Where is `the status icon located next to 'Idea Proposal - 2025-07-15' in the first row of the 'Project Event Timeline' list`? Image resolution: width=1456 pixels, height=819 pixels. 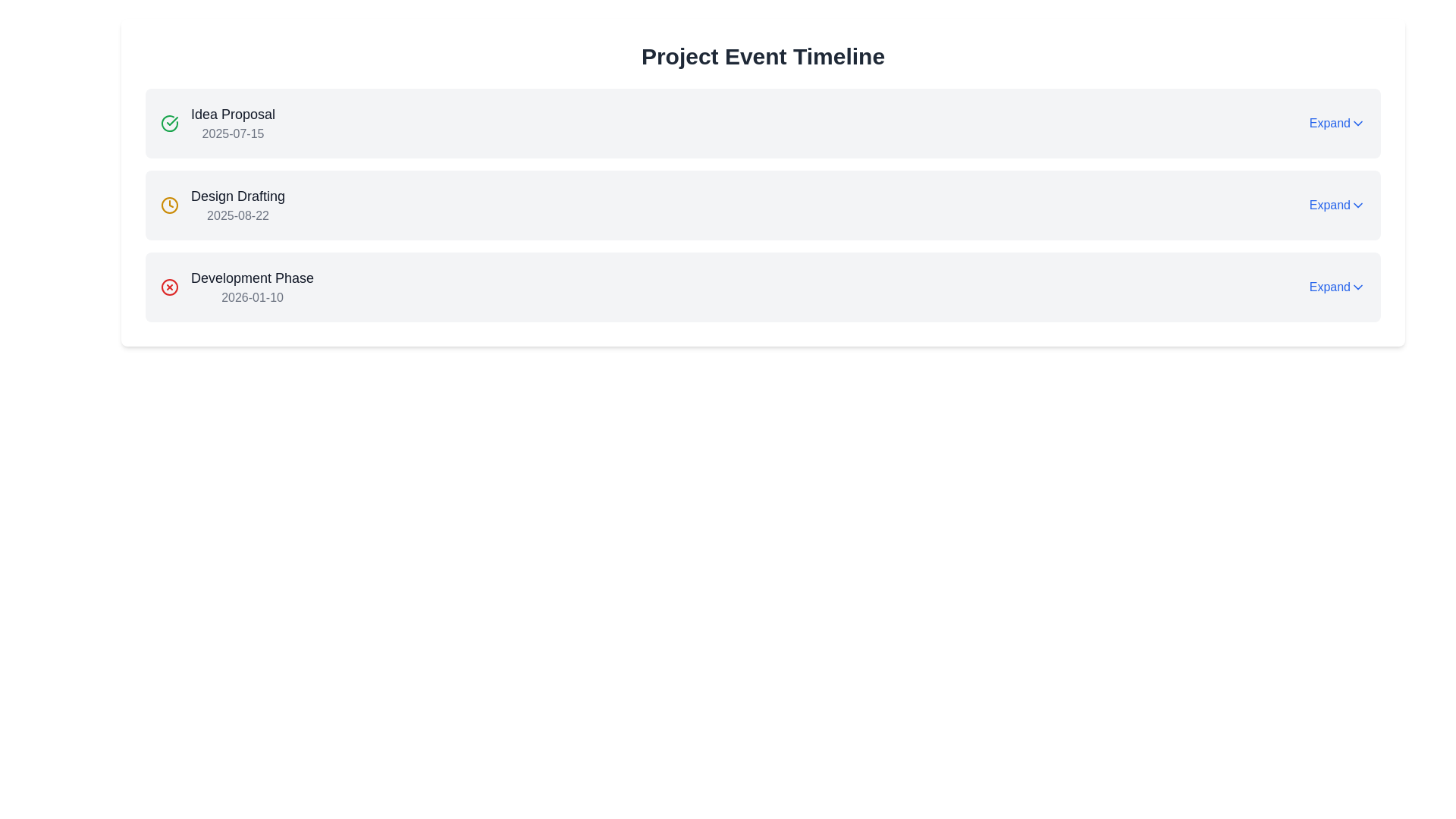 the status icon located next to 'Idea Proposal - 2025-07-15' in the first row of the 'Project Event Timeline' list is located at coordinates (172, 120).